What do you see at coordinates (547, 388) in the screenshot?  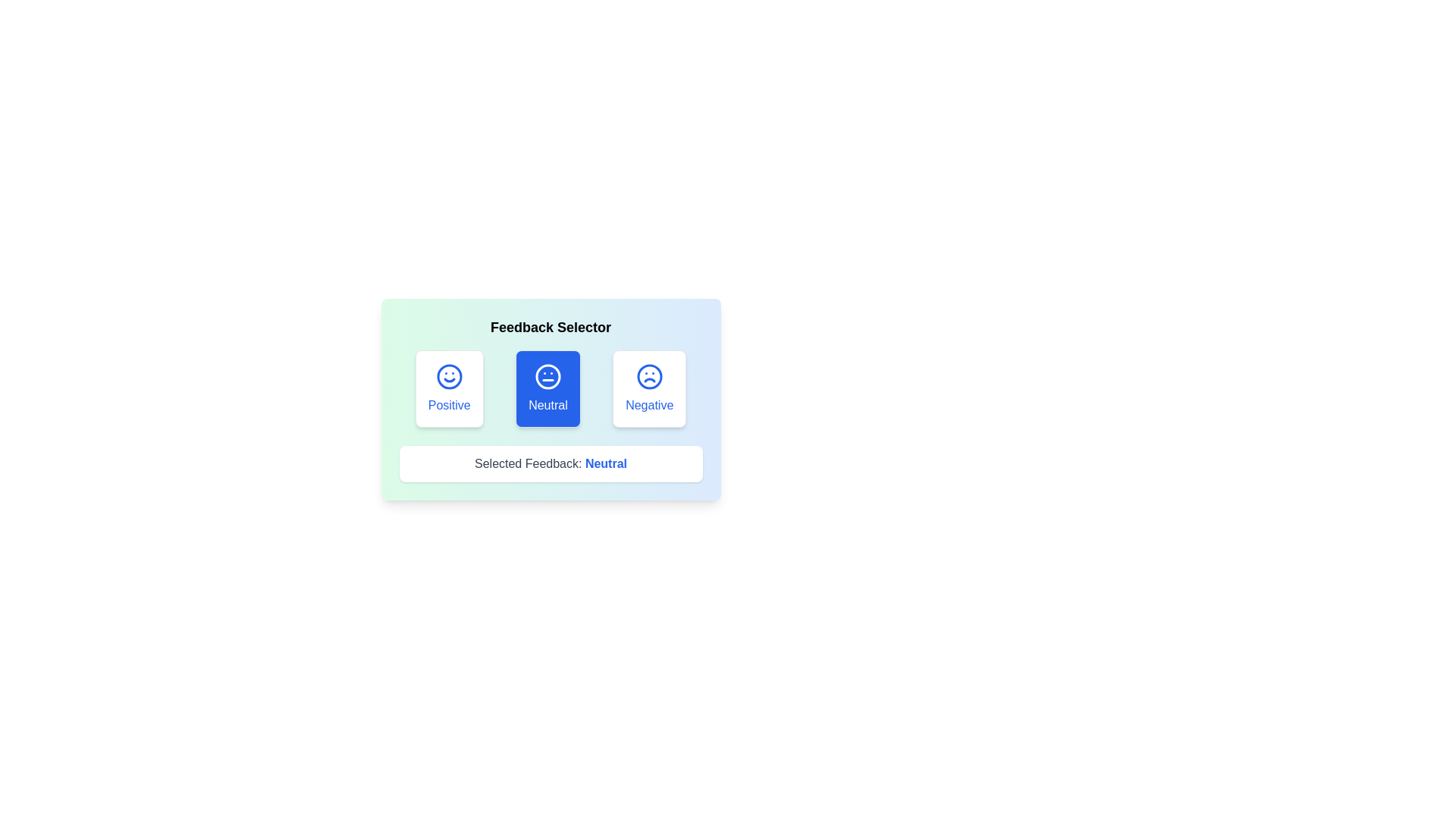 I see `the button labeled Neutral to observe its hover effect` at bounding box center [547, 388].